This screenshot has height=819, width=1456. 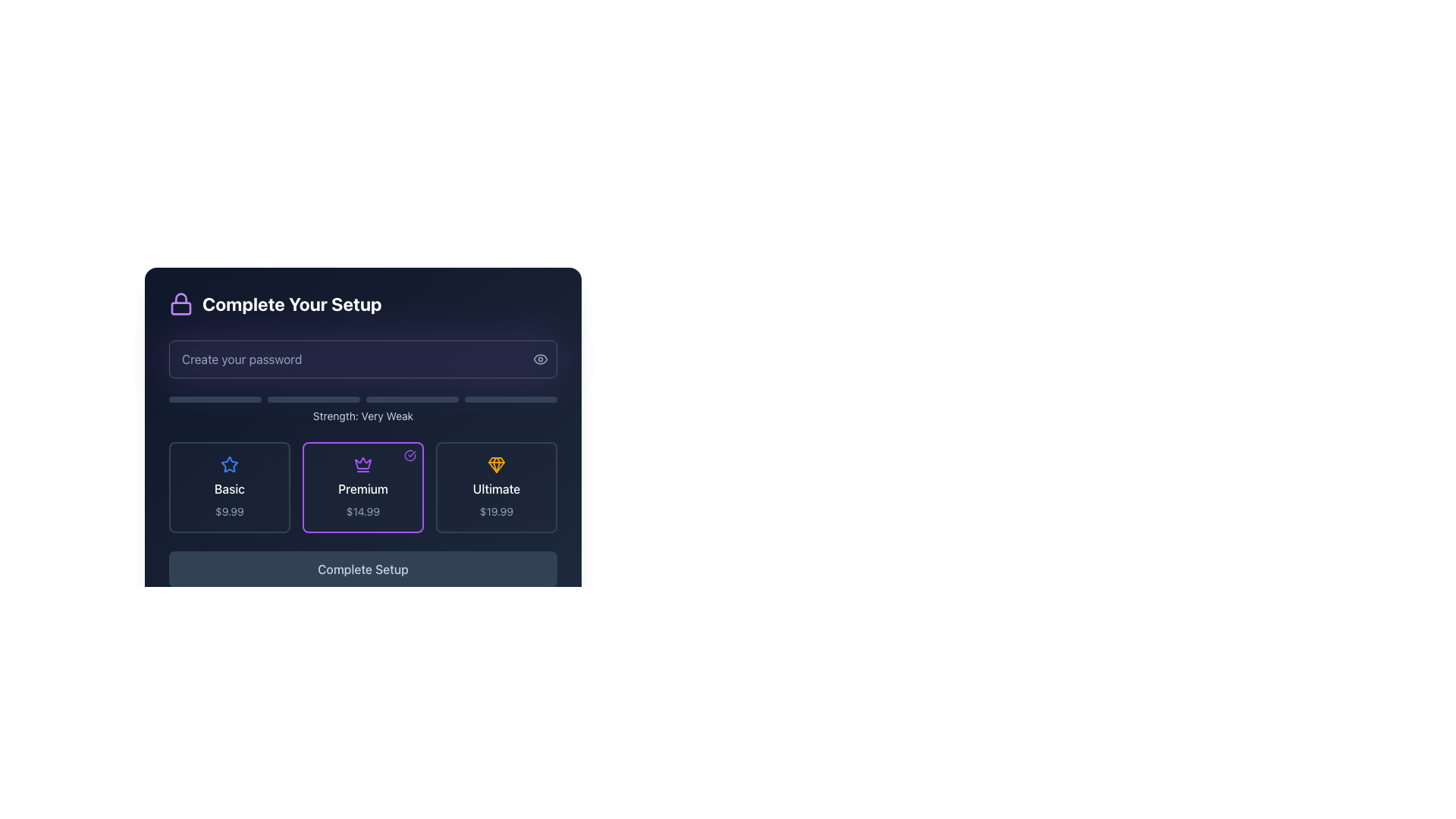 I want to click on the third segment of the horizontal progress bar, which is dark slate colored and rounded, located centrally near the top of the interface just below the password input field, so click(x=412, y=399).